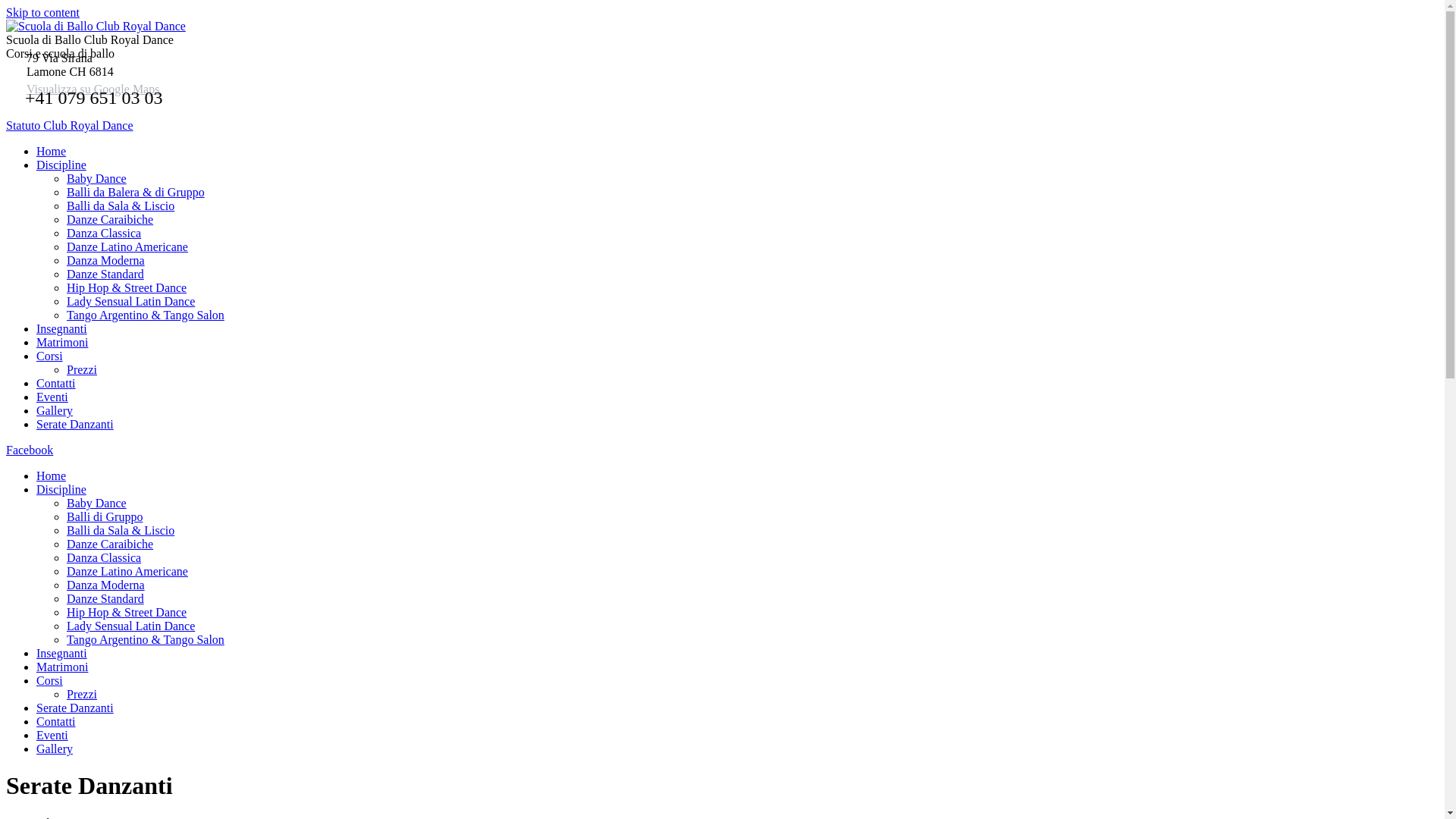 The image size is (1456, 819). What do you see at coordinates (29, 449) in the screenshot?
I see `'Facebook'` at bounding box center [29, 449].